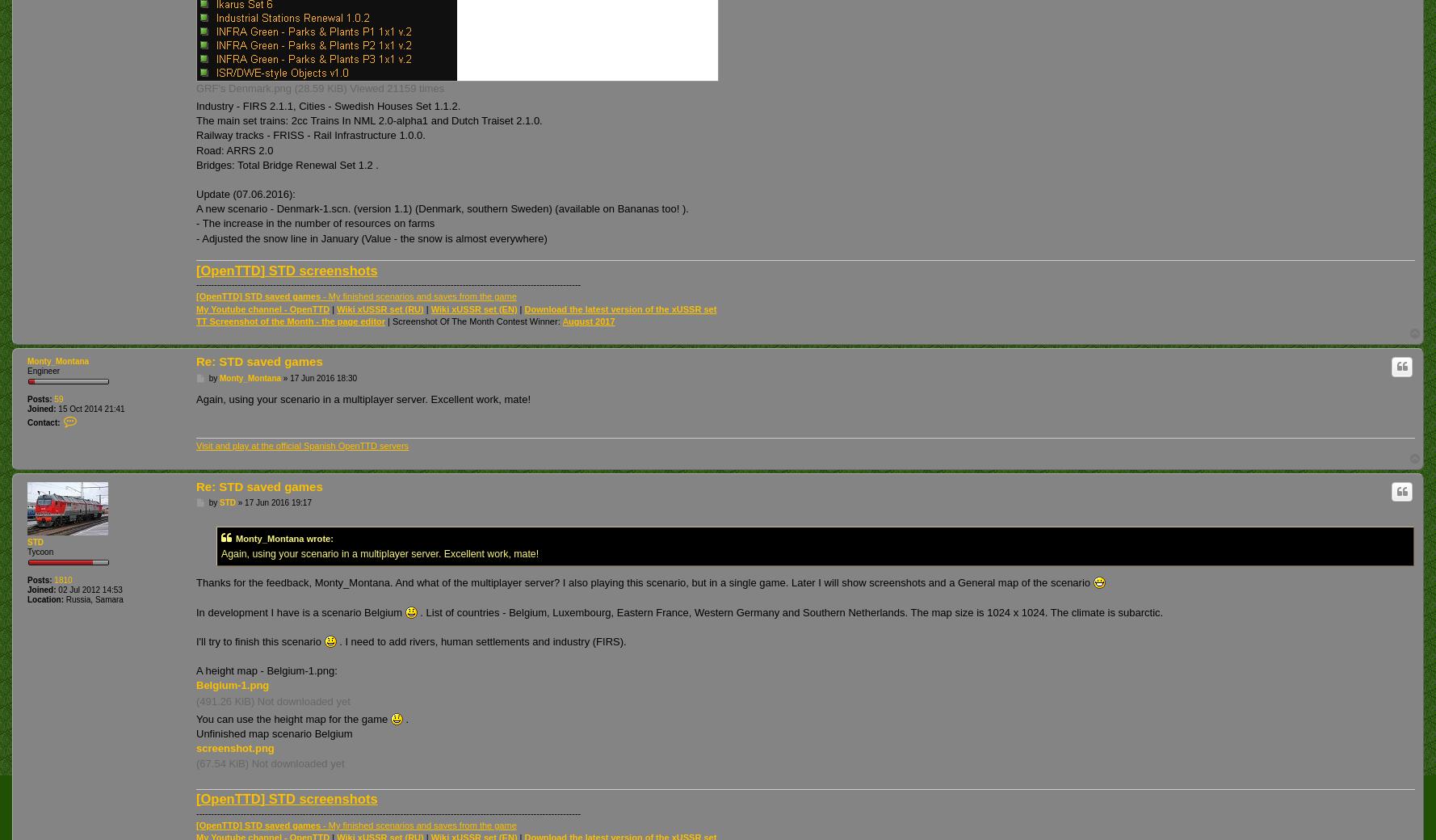  I want to click on '15 Oct 2014 21:41', so click(54, 409).